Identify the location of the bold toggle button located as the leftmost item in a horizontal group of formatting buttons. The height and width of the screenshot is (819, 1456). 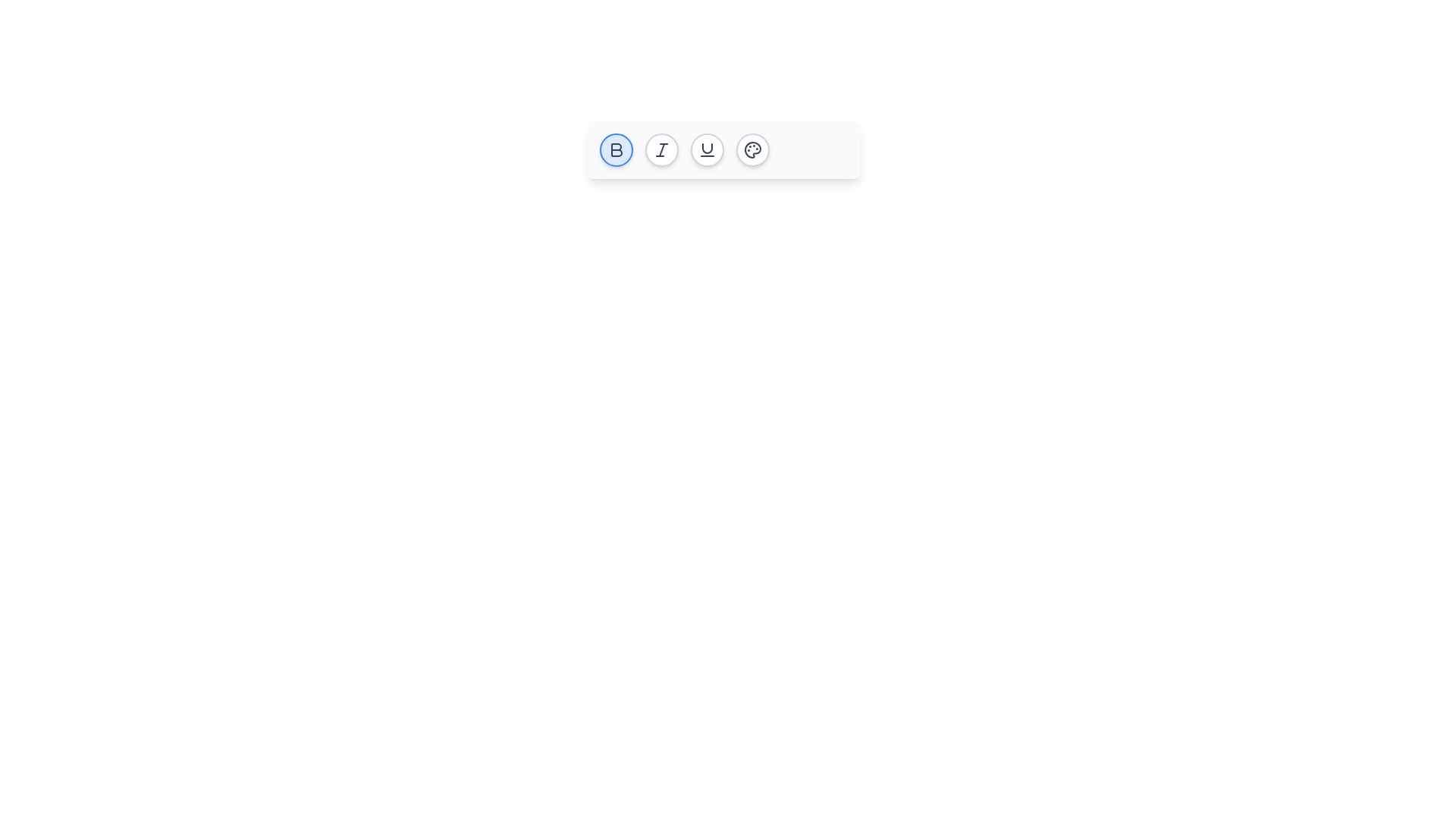
(616, 149).